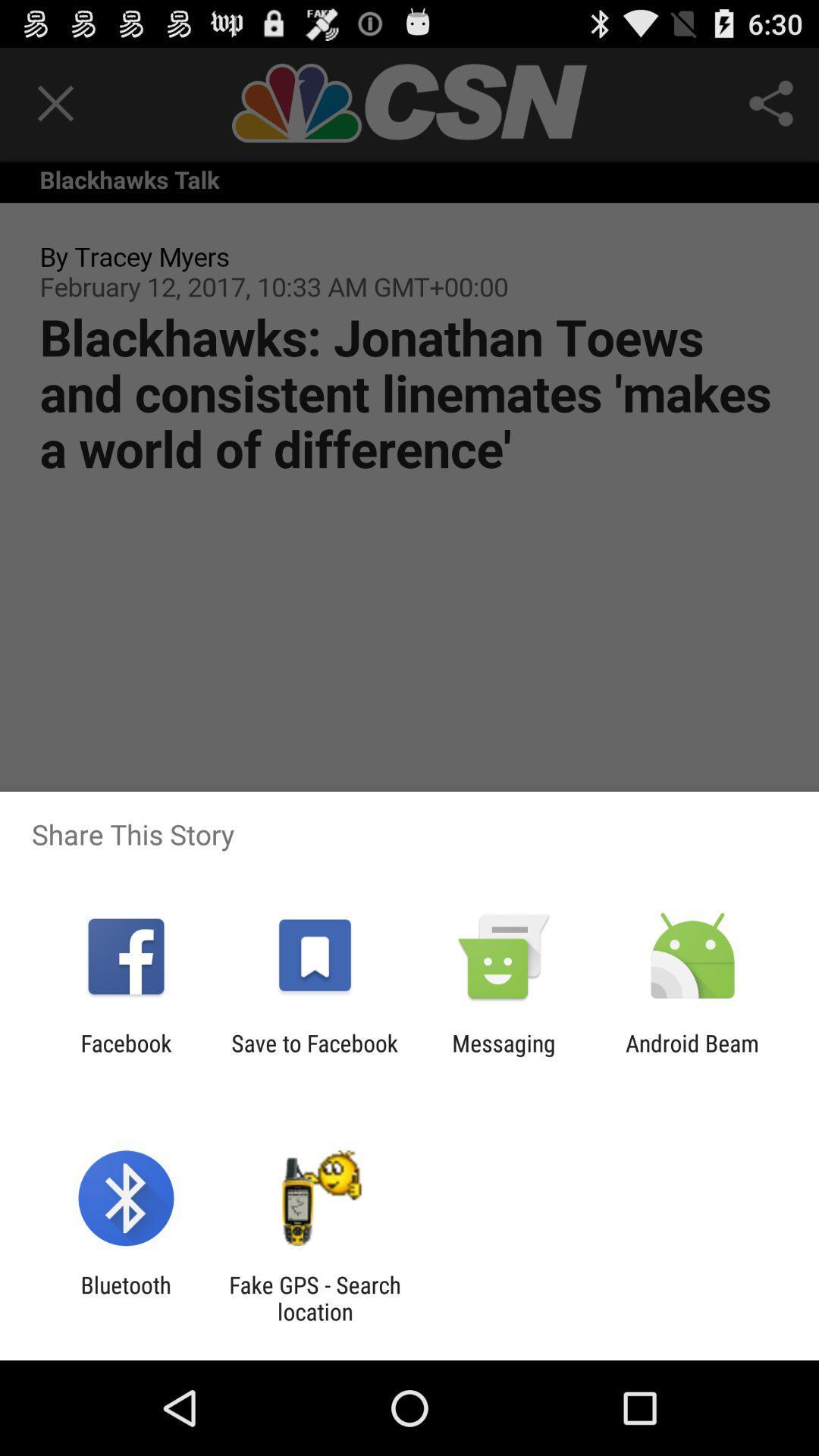  Describe the element at coordinates (314, 1056) in the screenshot. I see `the icon next to the messaging icon` at that location.